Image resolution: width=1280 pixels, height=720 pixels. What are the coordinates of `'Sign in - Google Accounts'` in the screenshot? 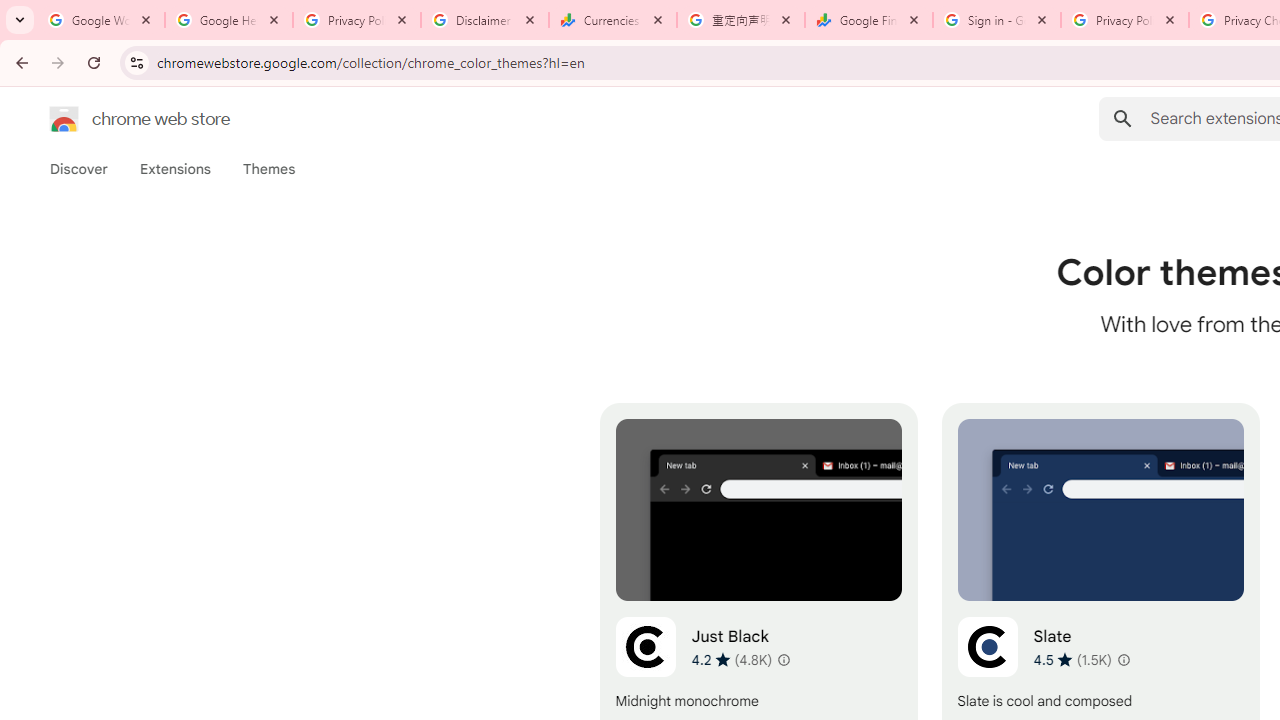 It's located at (997, 20).